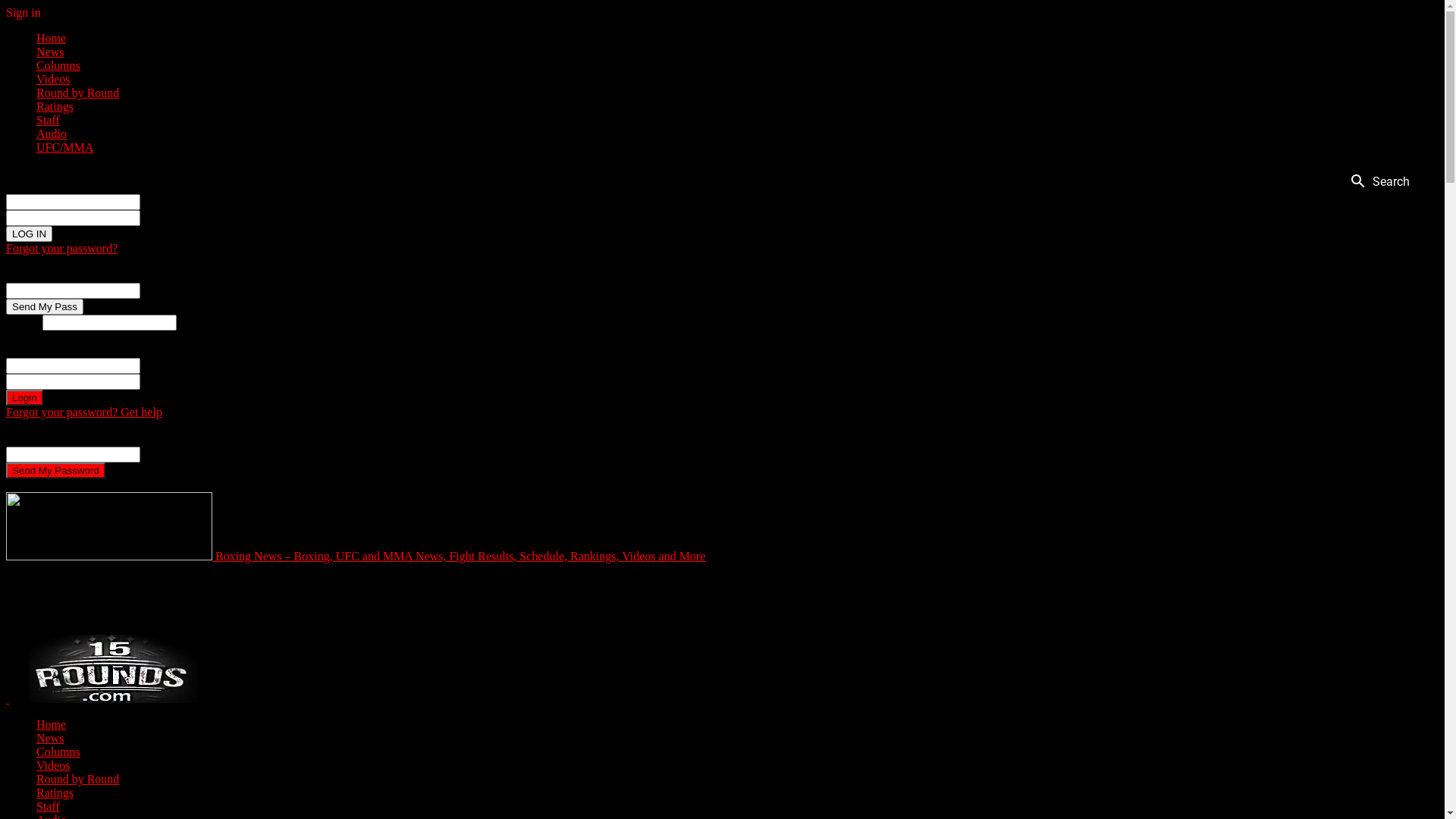 Image resolution: width=1456 pixels, height=819 pixels. I want to click on 'Videos', so click(36, 765).